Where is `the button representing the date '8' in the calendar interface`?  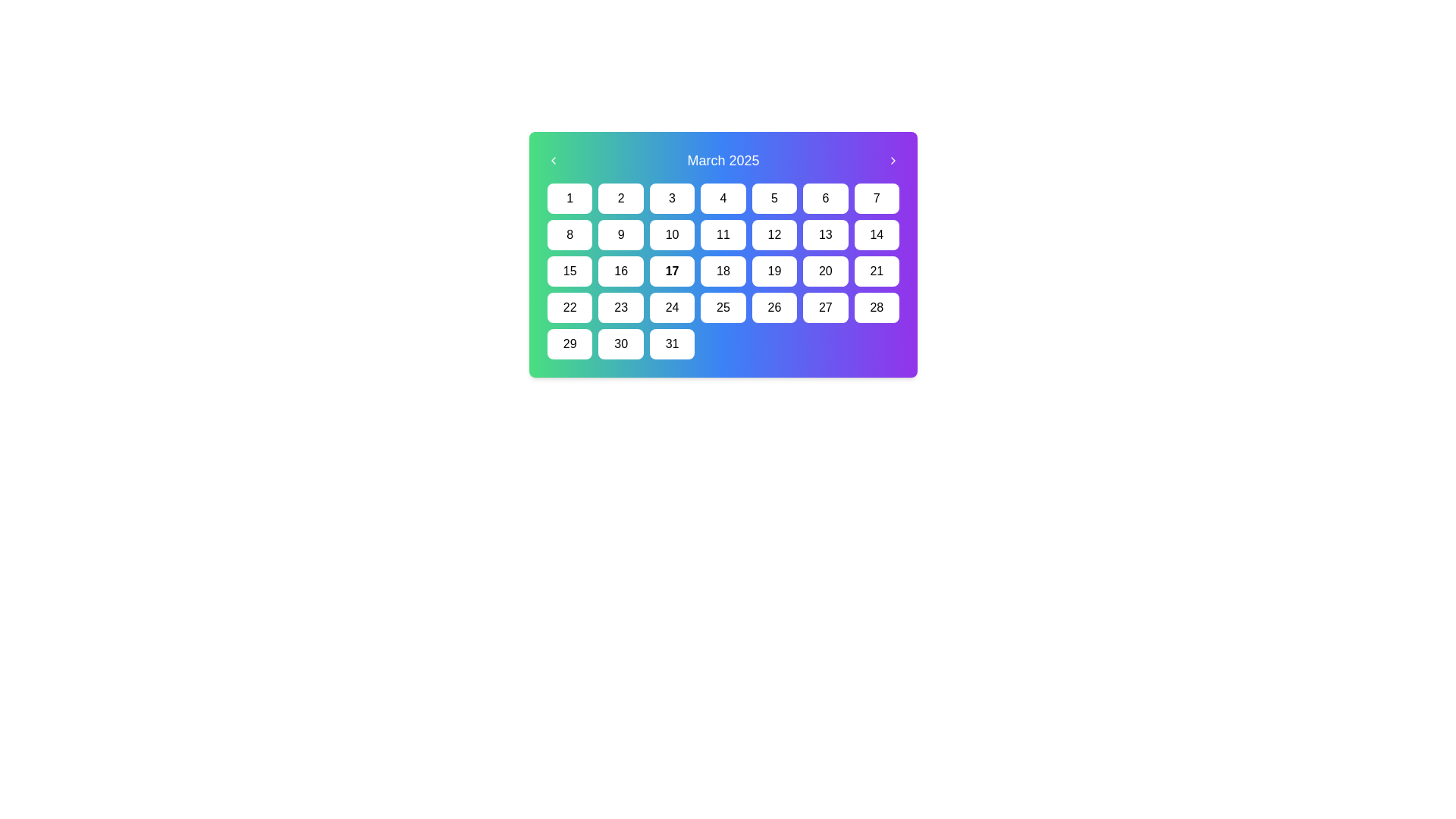
the button representing the date '8' in the calendar interface is located at coordinates (569, 234).